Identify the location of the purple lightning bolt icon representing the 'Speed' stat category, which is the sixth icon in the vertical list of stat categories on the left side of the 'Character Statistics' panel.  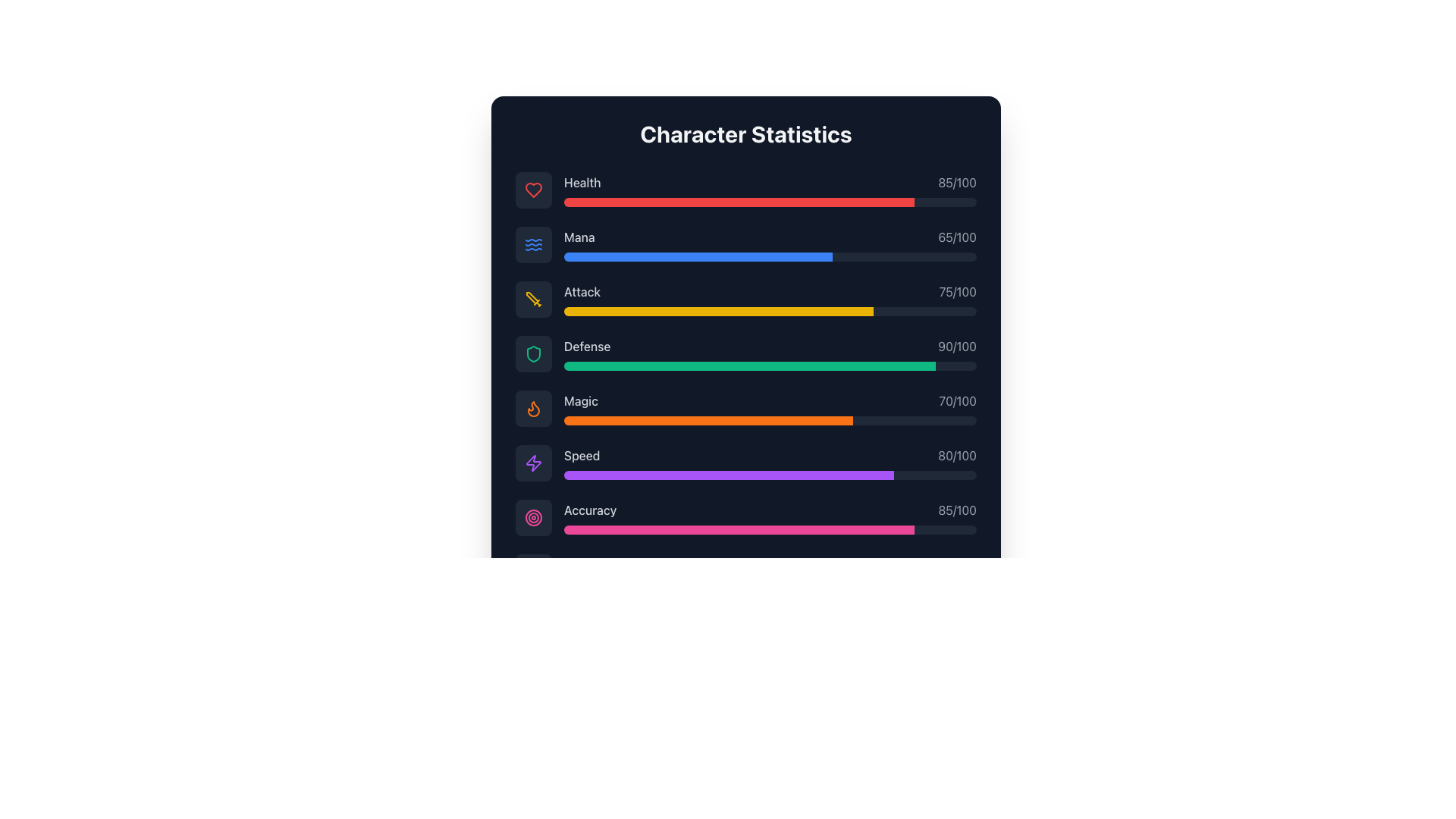
(534, 462).